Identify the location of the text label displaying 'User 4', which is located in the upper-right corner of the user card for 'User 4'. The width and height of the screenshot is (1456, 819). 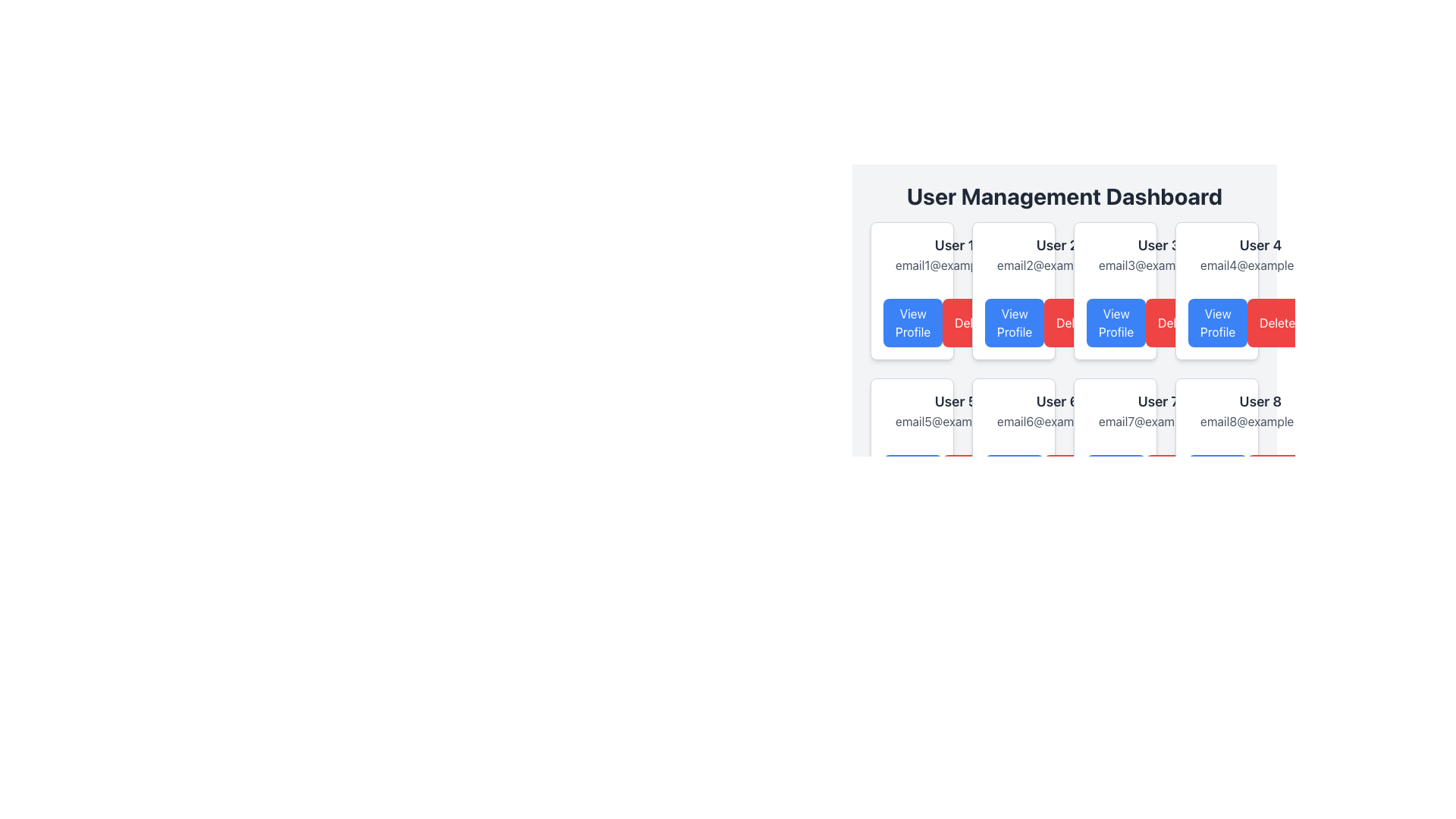
(1260, 245).